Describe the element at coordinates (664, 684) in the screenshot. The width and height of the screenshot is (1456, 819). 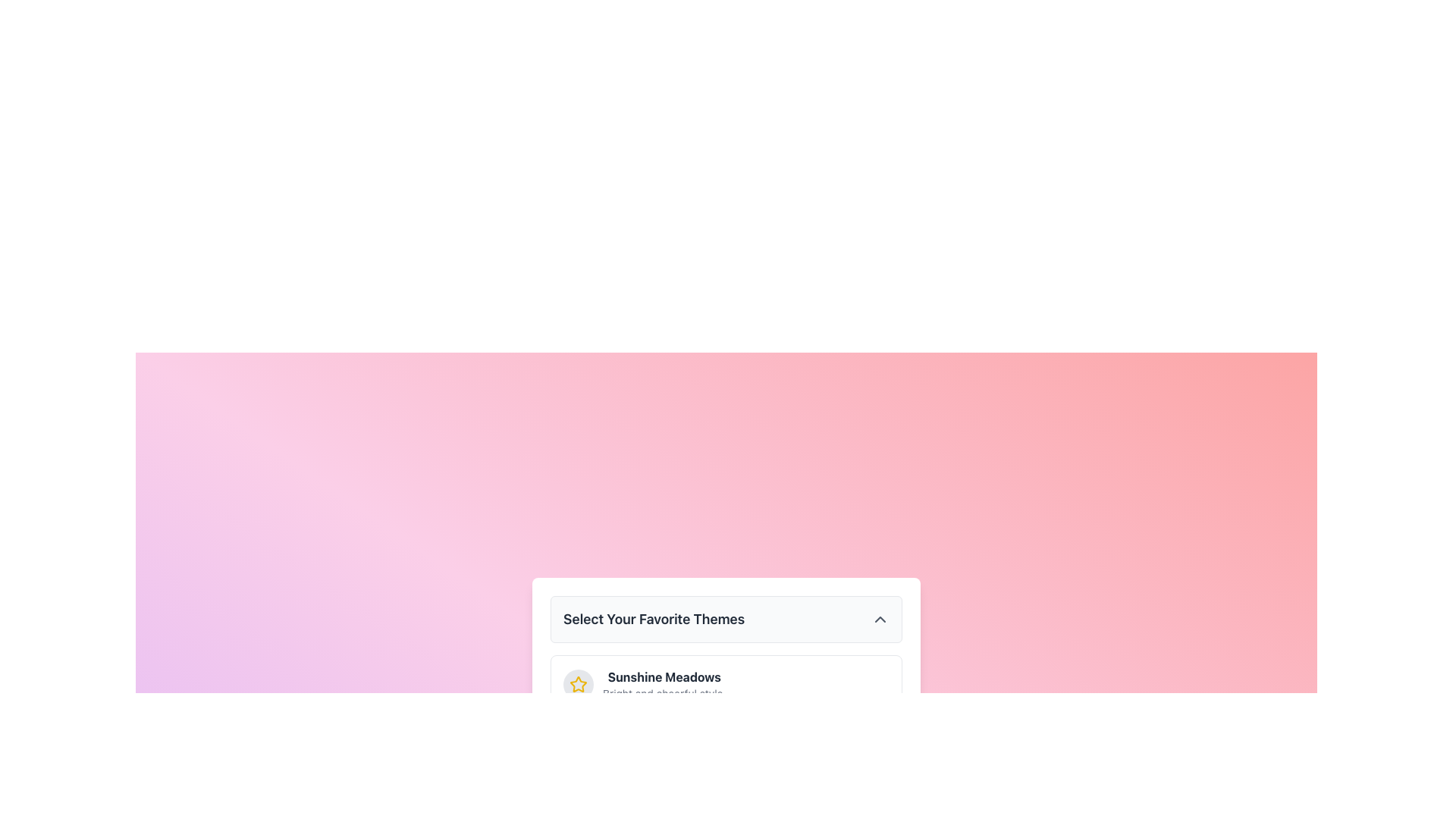
I see `the Text Display element that shows 'Sunshine Meadows' in bold dark gray and 'Bright and cheerful style.' in smaller light color, located beneath 'Select Your Favorite Themes'` at that location.